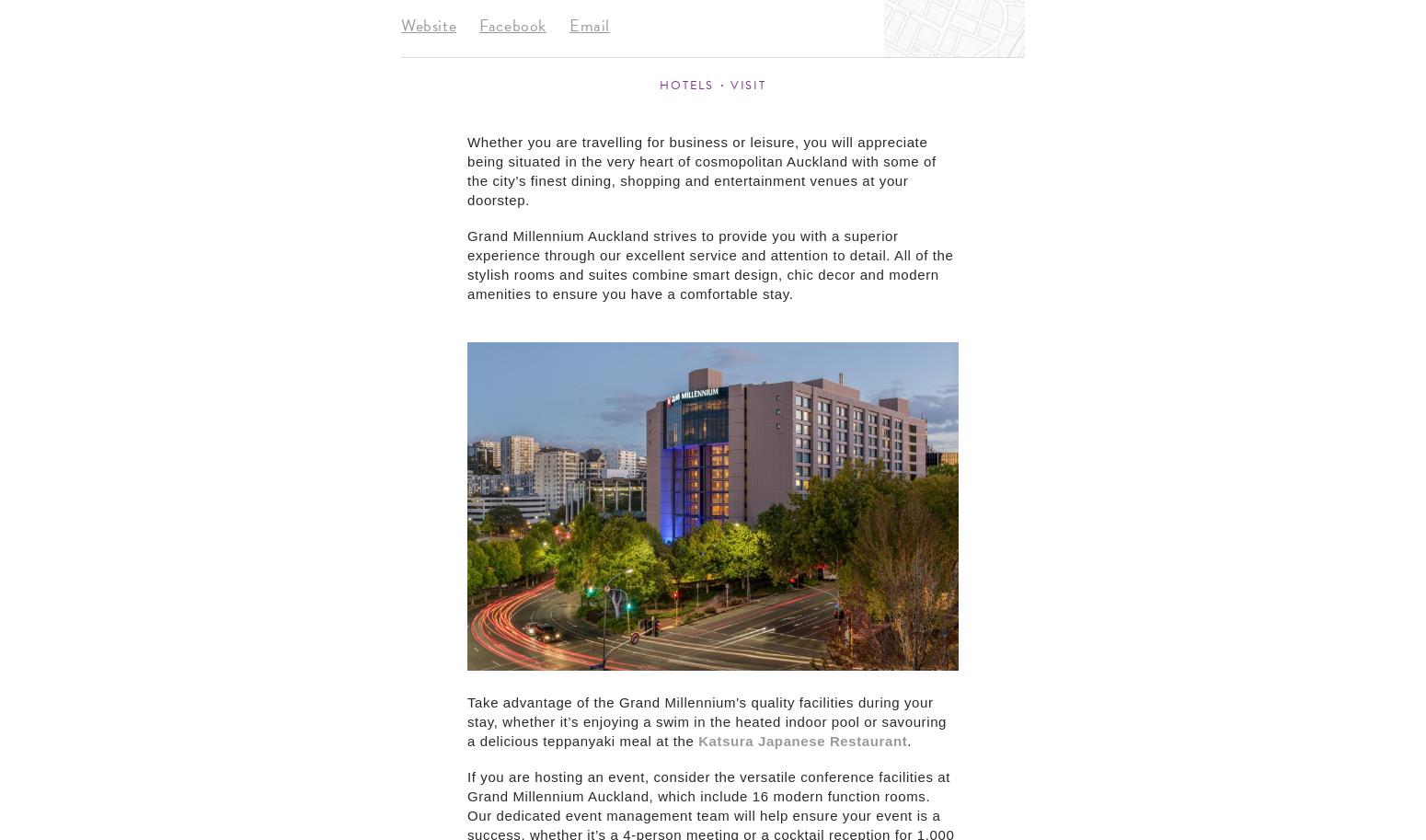 The height and width of the screenshot is (840, 1426). I want to click on 'Parking & Transport', so click(1081, 309).